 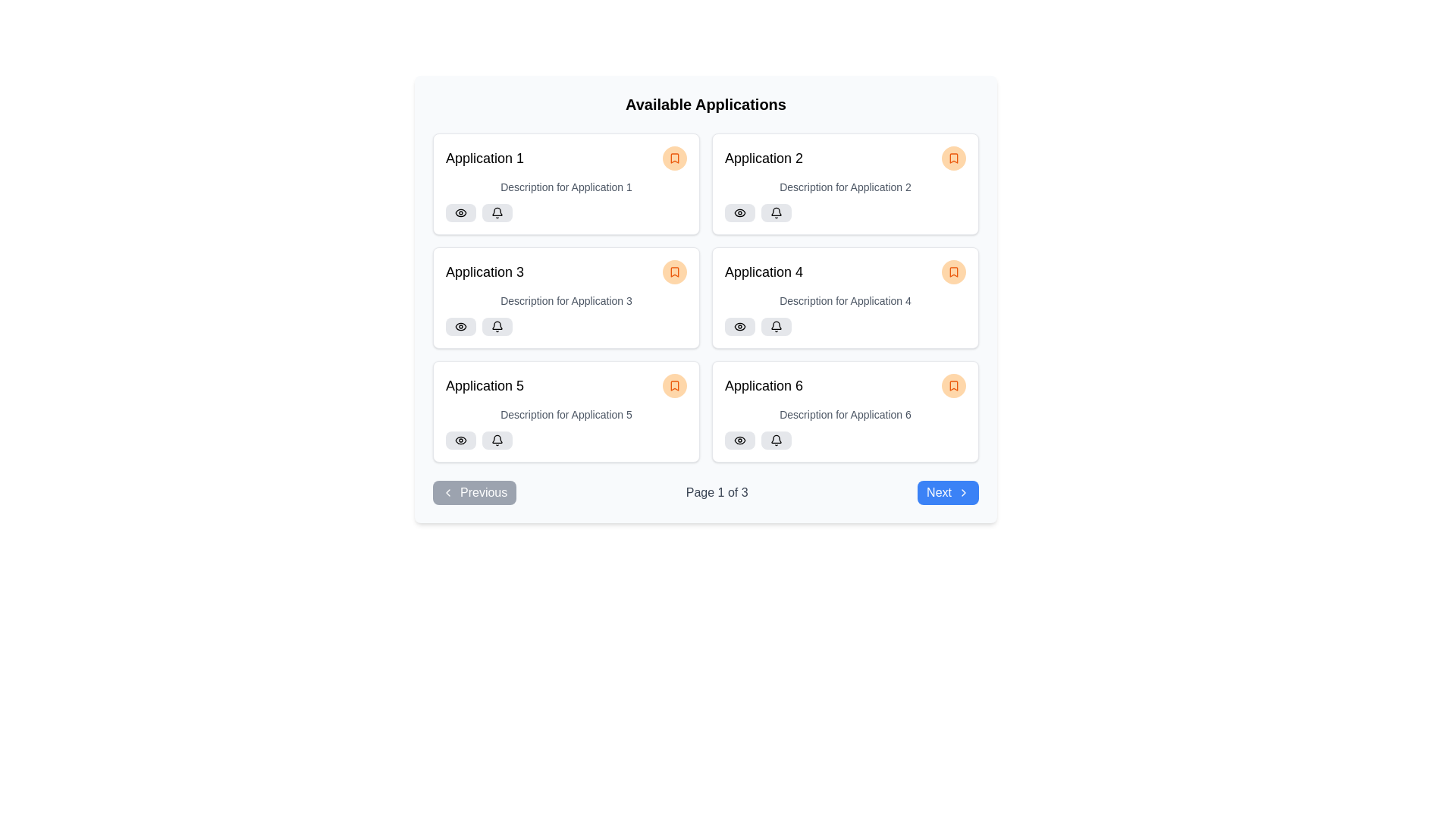 What do you see at coordinates (739, 213) in the screenshot?
I see `the eye-shaped icon representing the 'view' or 'preview' feature associated with 'Application 2'` at bounding box center [739, 213].